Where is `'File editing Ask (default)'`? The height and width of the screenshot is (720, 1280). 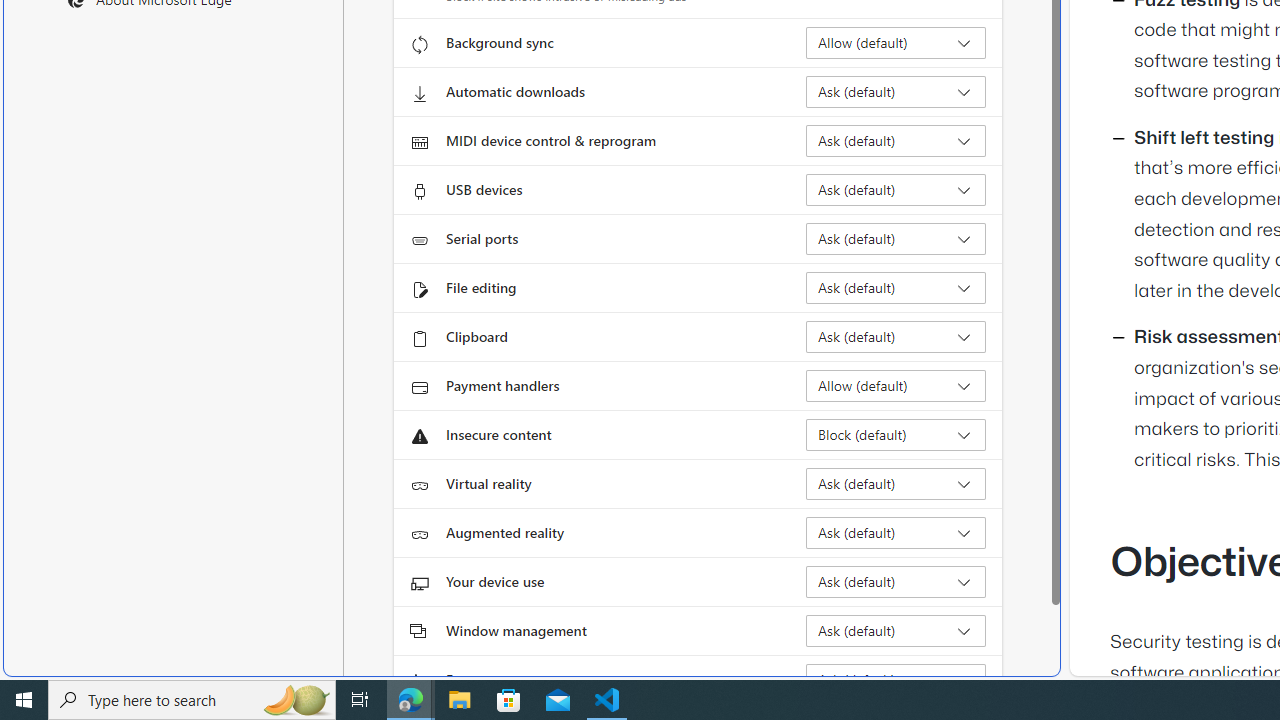 'File editing Ask (default)' is located at coordinates (895, 288).